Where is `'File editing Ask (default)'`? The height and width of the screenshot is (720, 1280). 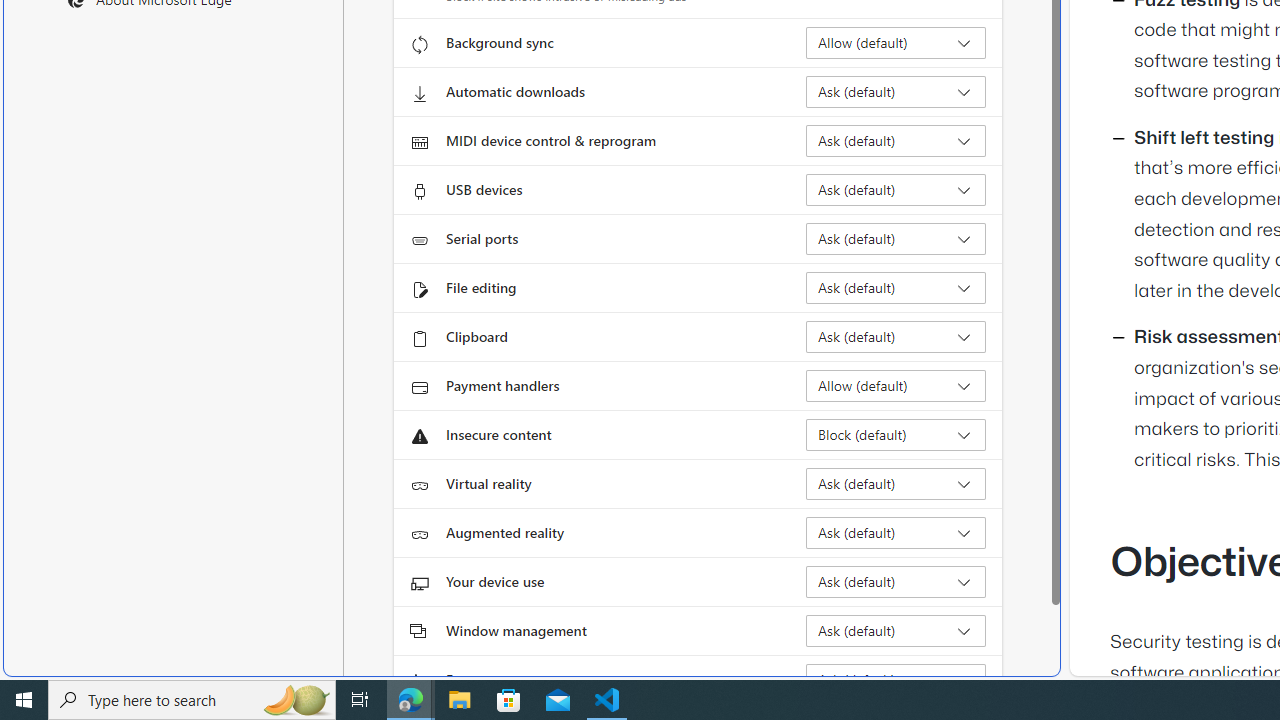 'File editing Ask (default)' is located at coordinates (895, 288).